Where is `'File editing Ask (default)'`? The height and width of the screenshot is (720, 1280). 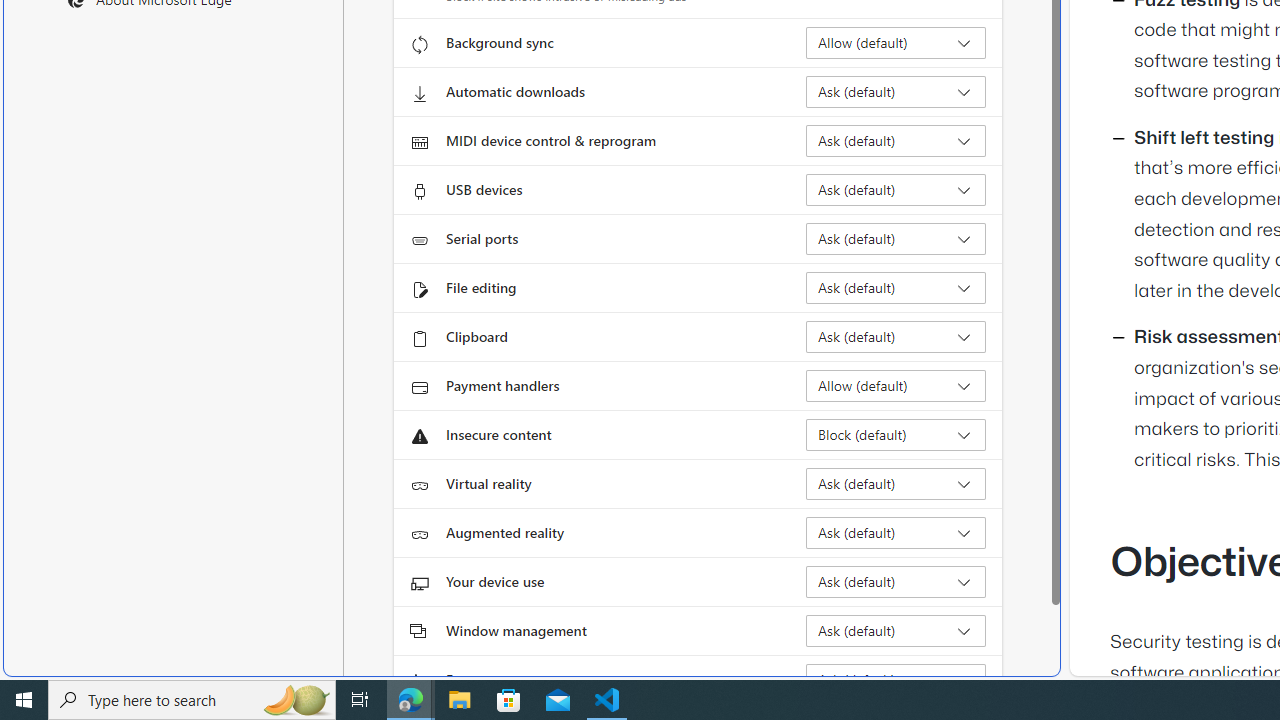 'File editing Ask (default)' is located at coordinates (895, 288).